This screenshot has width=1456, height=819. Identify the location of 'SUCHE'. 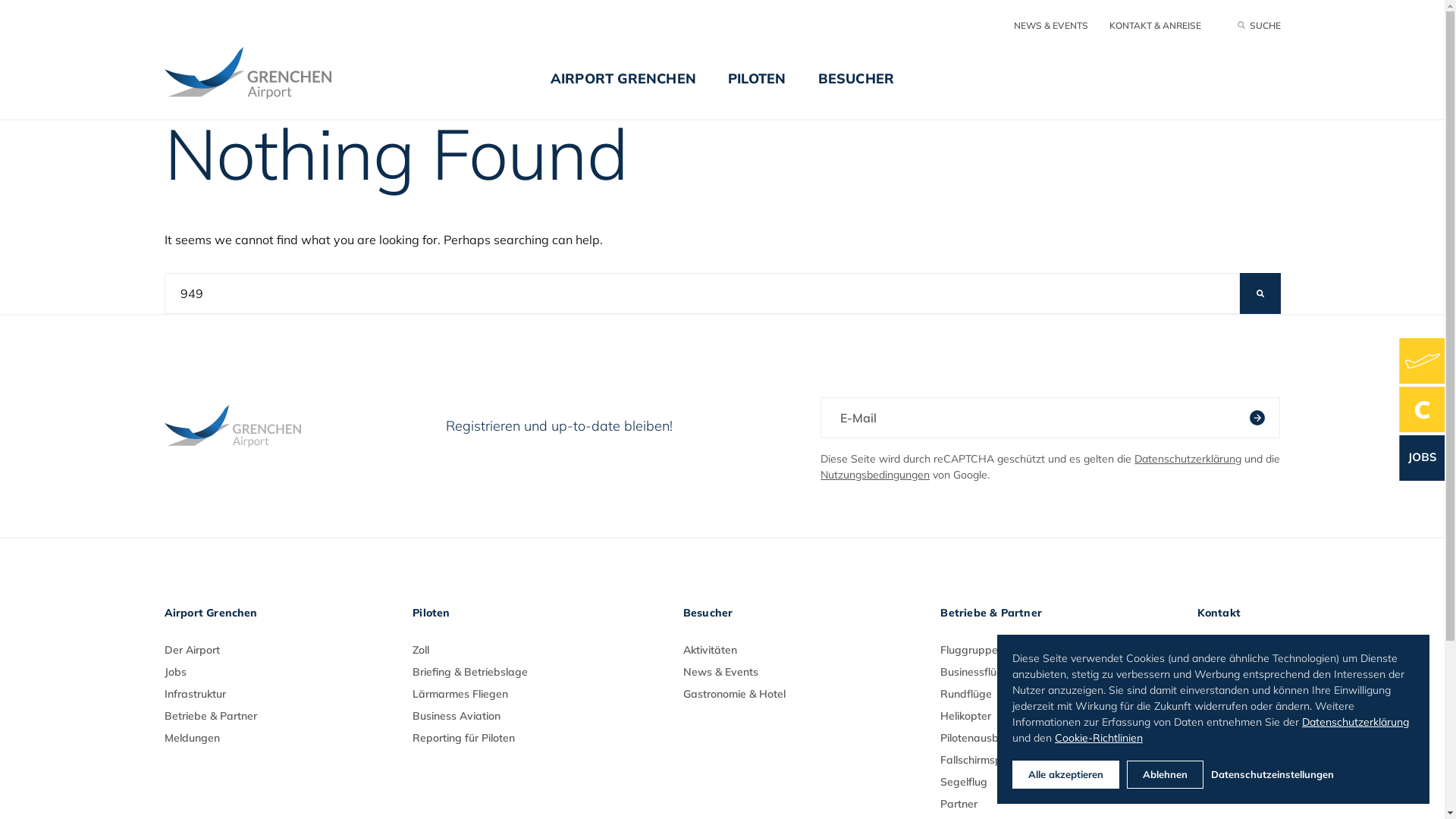
(1259, 25).